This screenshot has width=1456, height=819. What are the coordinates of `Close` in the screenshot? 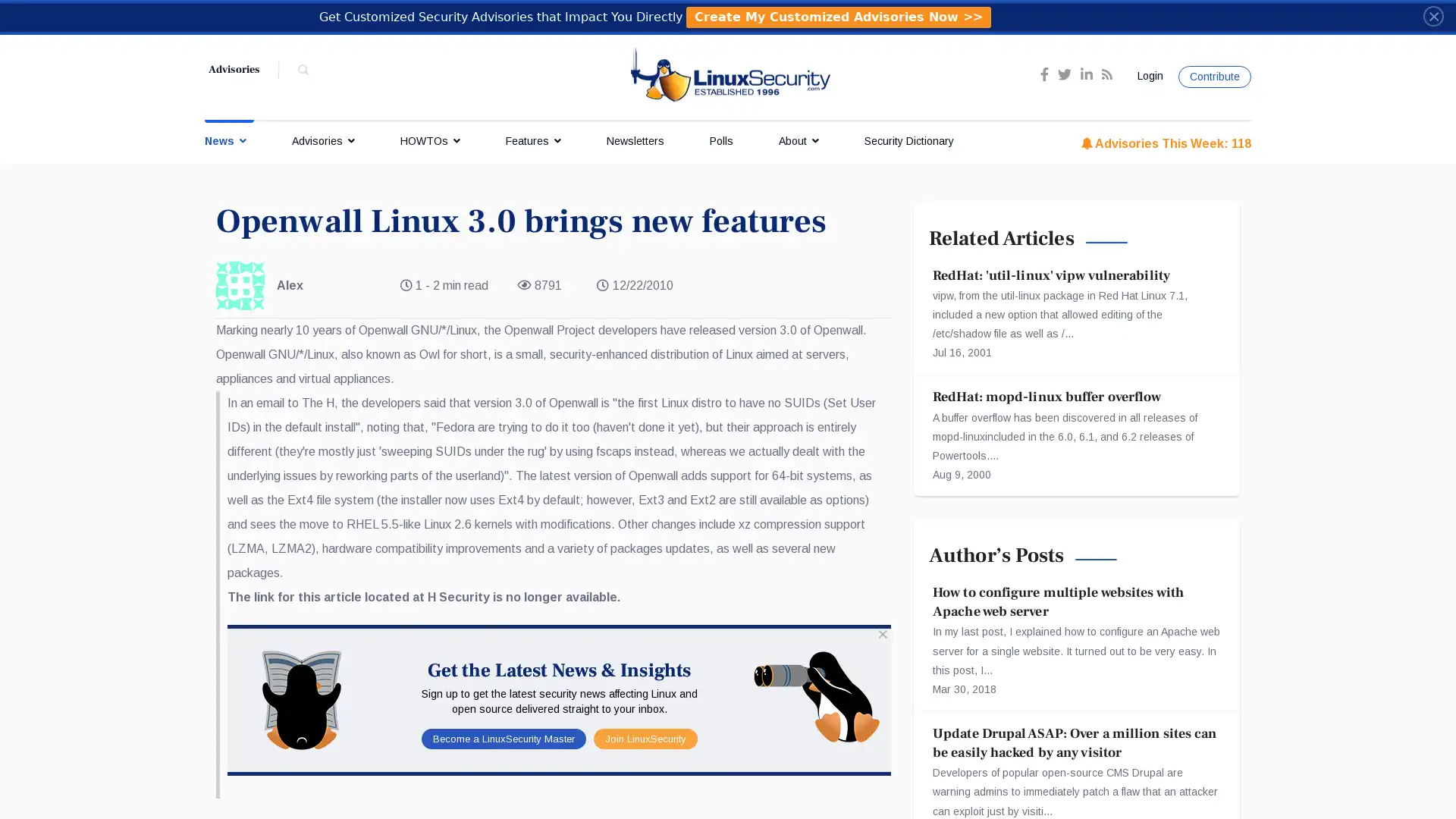 It's located at (1432, 15).